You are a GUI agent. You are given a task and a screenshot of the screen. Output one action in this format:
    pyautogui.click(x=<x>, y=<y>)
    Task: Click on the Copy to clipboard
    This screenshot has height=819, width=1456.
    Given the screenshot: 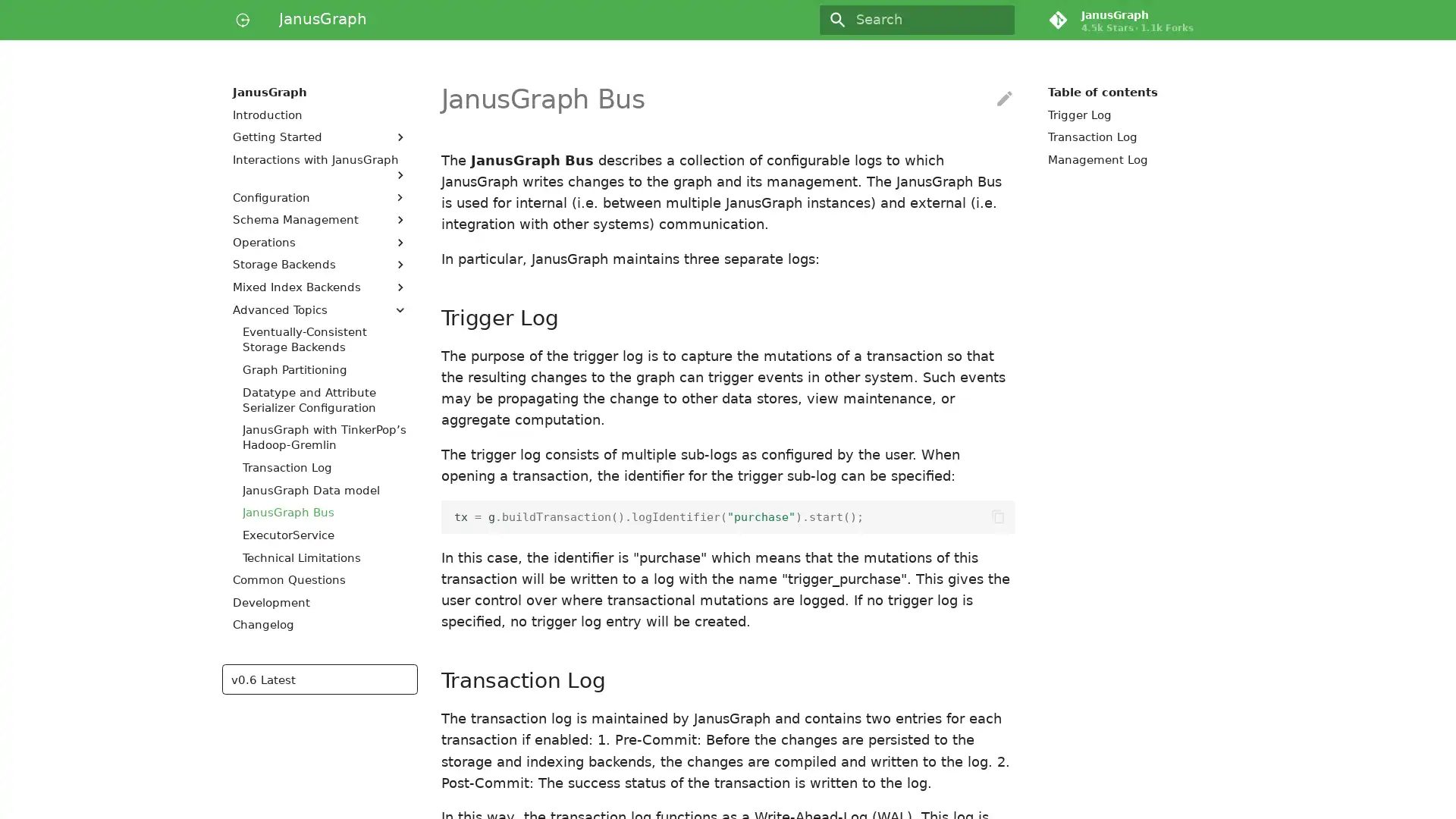 What is the action you would take?
    pyautogui.click(x=997, y=516)
    